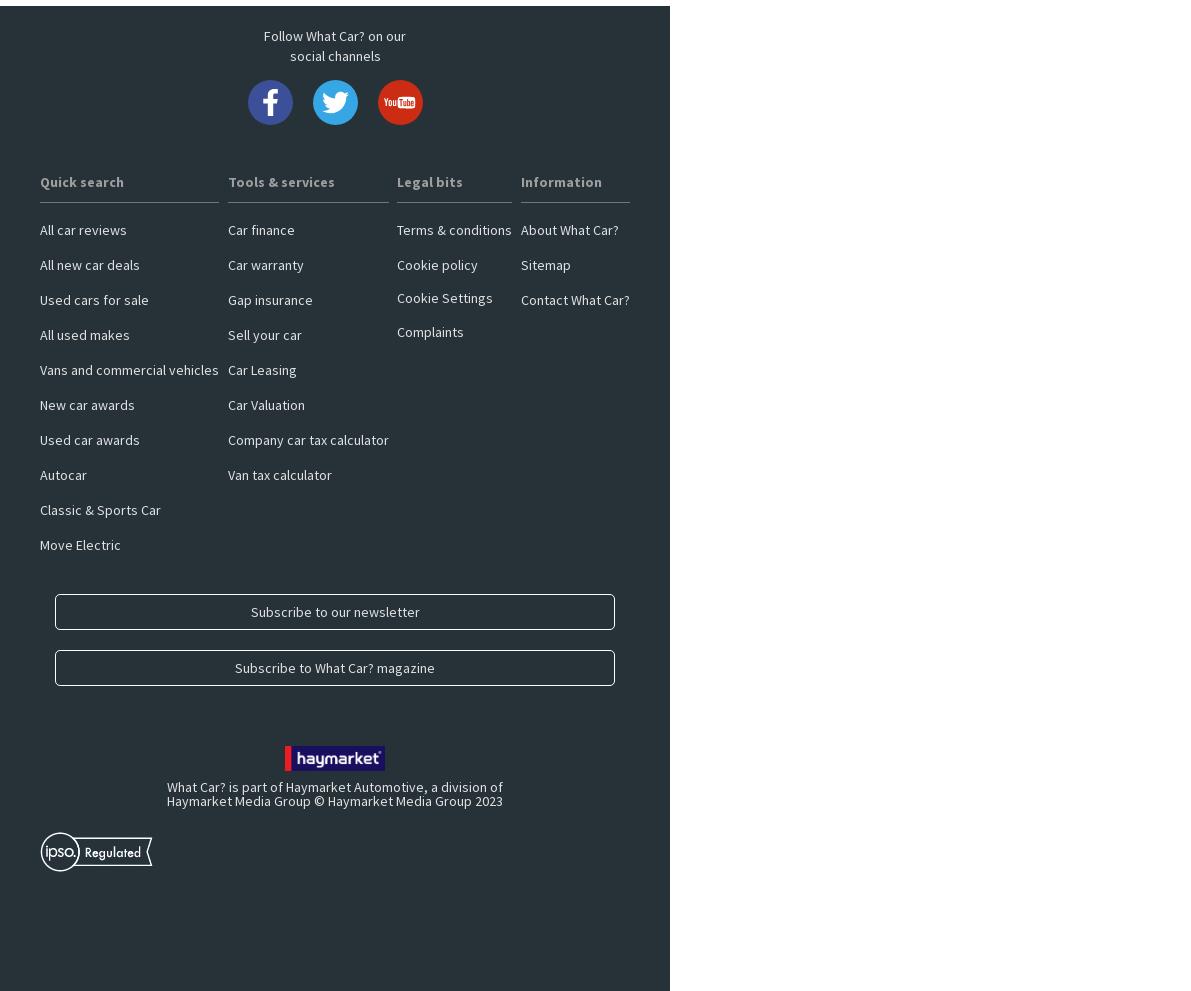  What do you see at coordinates (89, 439) in the screenshot?
I see `'Used car awards'` at bounding box center [89, 439].